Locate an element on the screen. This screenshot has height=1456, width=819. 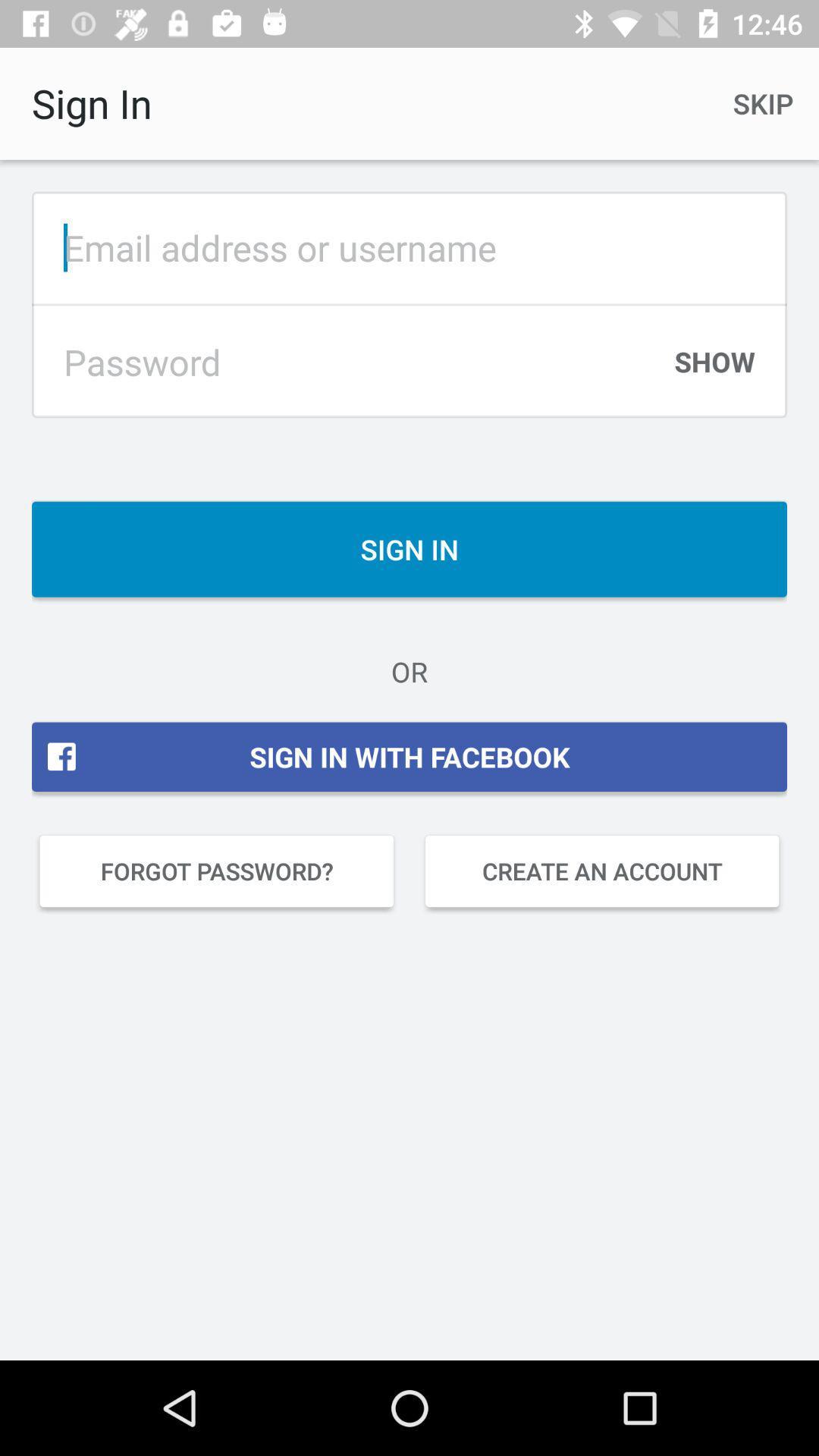
email is located at coordinates (409, 247).